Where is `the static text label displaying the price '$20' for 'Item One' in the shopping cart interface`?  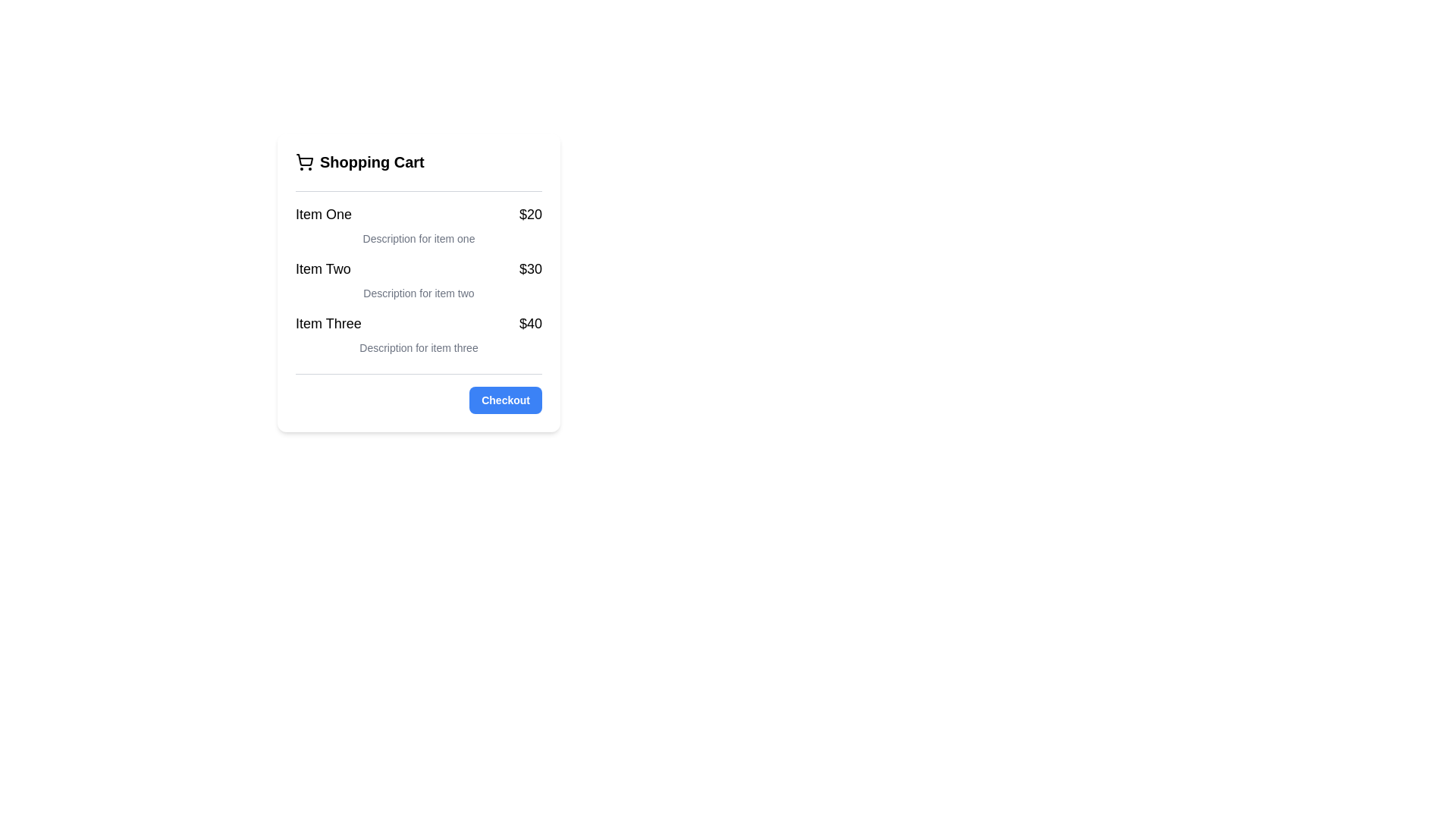 the static text label displaying the price '$20' for 'Item One' in the shopping cart interface is located at coordinates (531, 214).